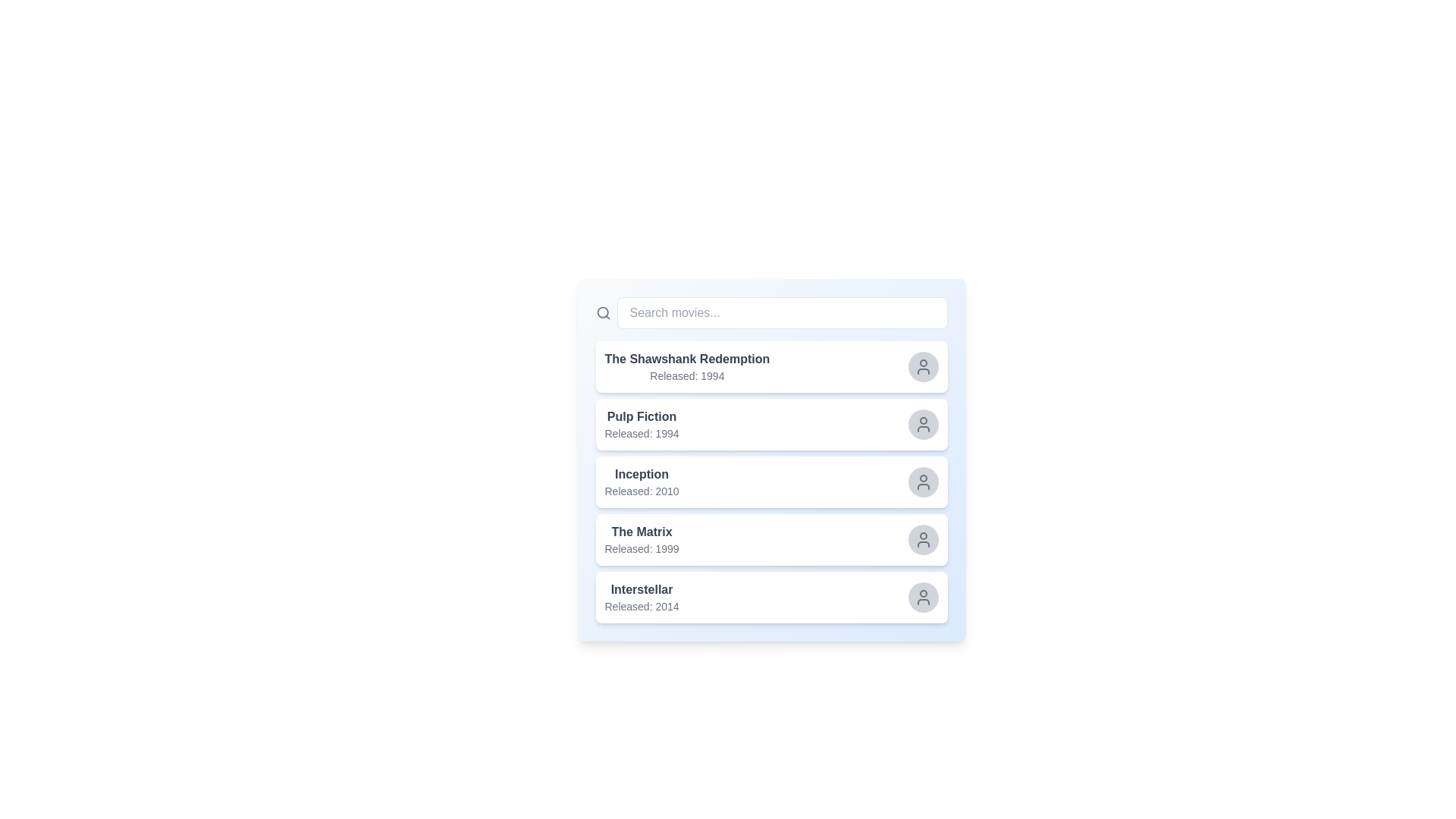  What do you see at coordinates (771, 539) in the screenshot?
I see `the fourth movie title list item` at bounding box center [771, 539].